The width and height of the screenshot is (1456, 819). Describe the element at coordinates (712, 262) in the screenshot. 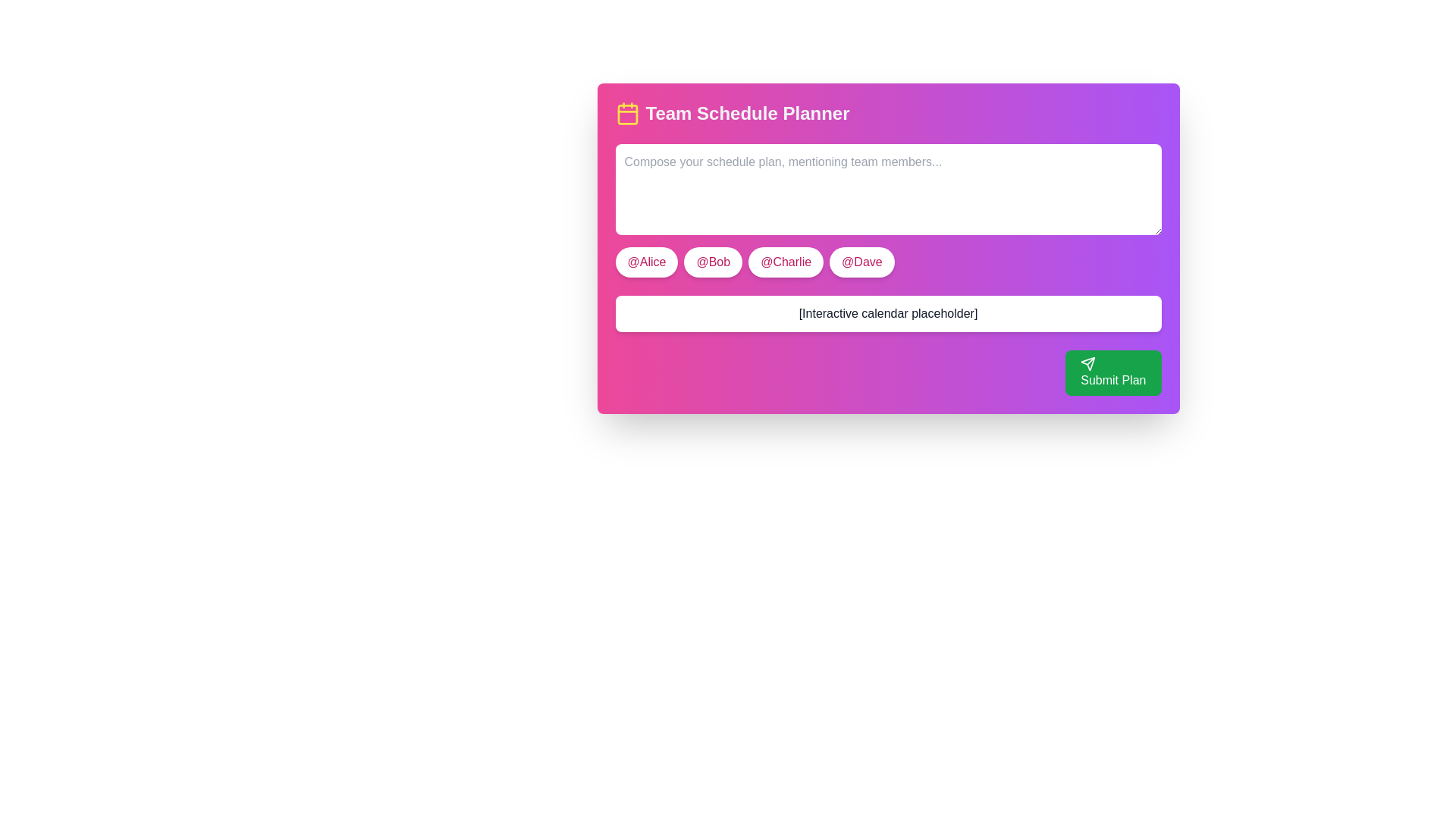

I see `keyboard navigation` at that location.